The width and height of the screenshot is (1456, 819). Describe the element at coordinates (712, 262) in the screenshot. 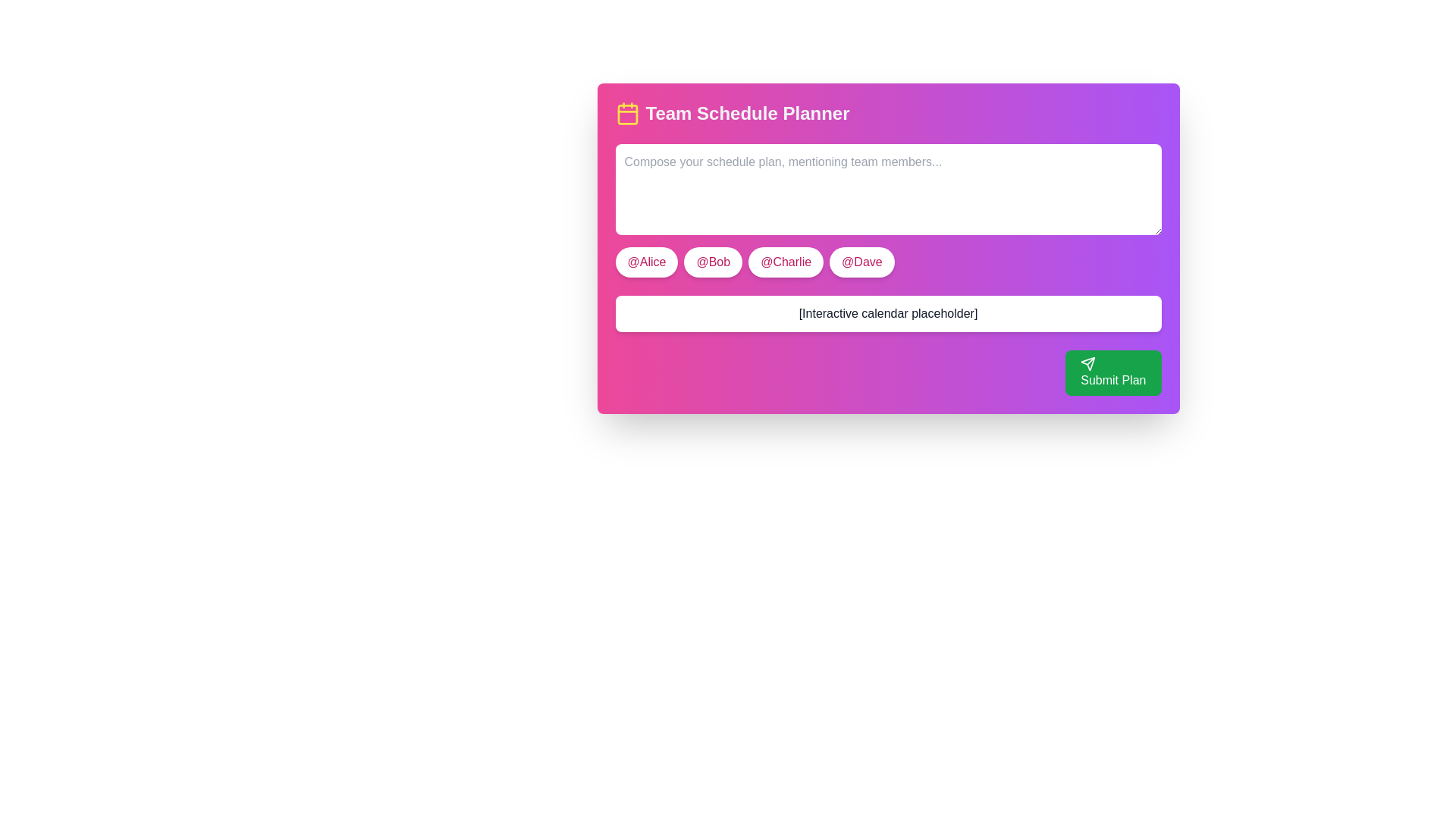

I see `keyboard navigation` at that location.